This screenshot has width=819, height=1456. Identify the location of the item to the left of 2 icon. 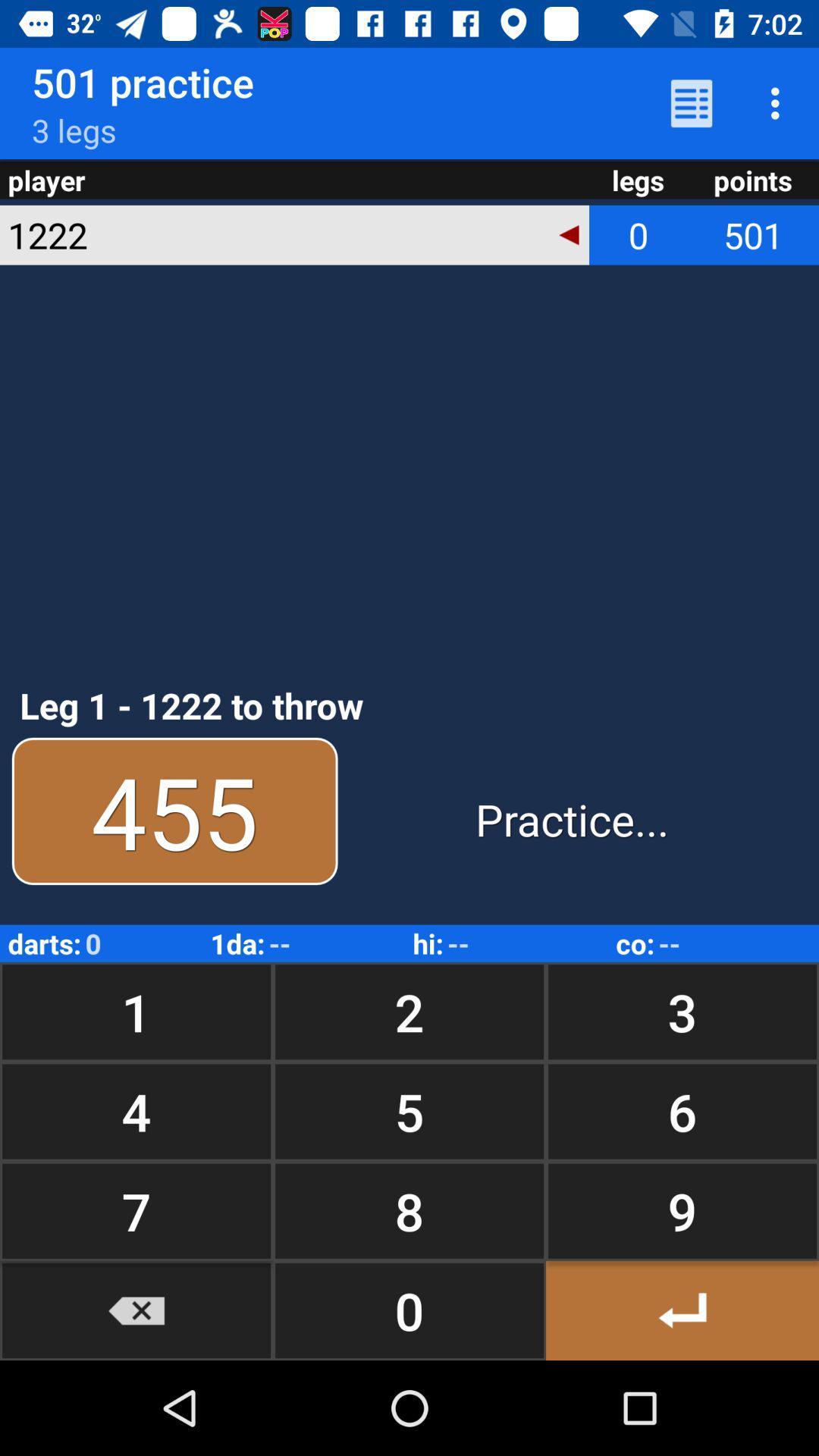
(136, 1111).